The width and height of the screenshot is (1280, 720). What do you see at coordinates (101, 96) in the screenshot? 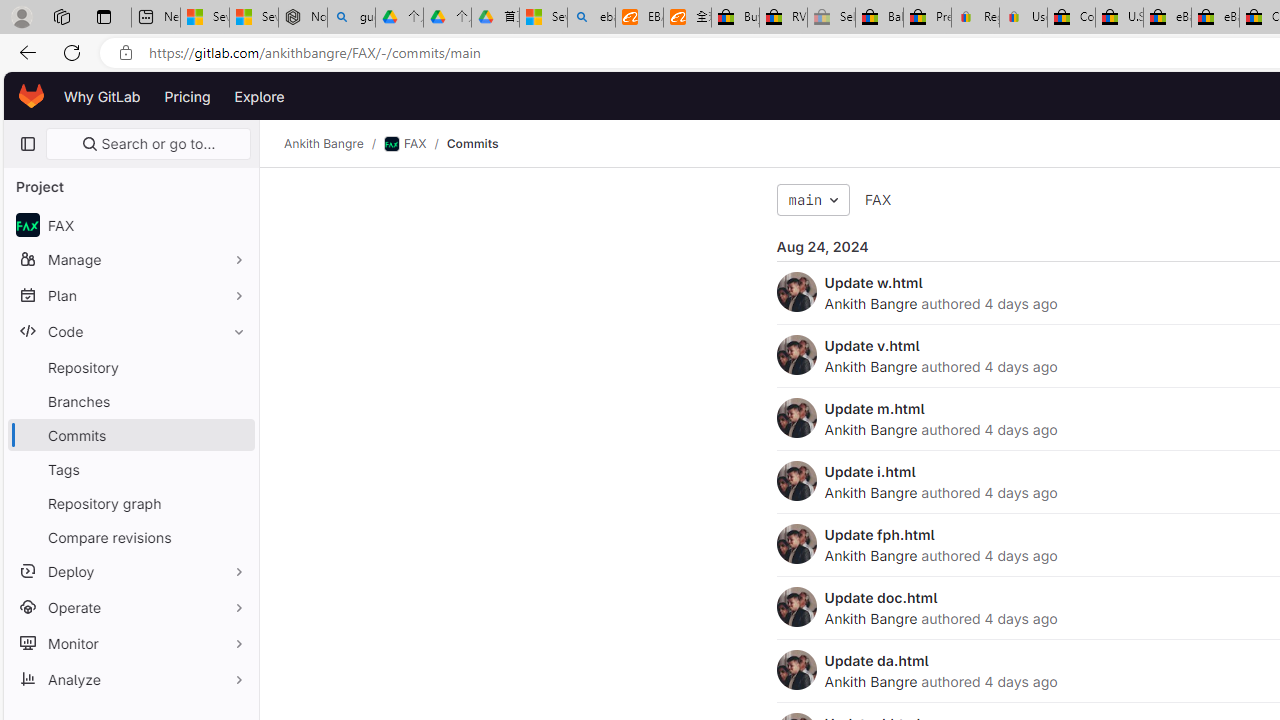
I see `'Why GitLab'` at bounding box center [101, 96].